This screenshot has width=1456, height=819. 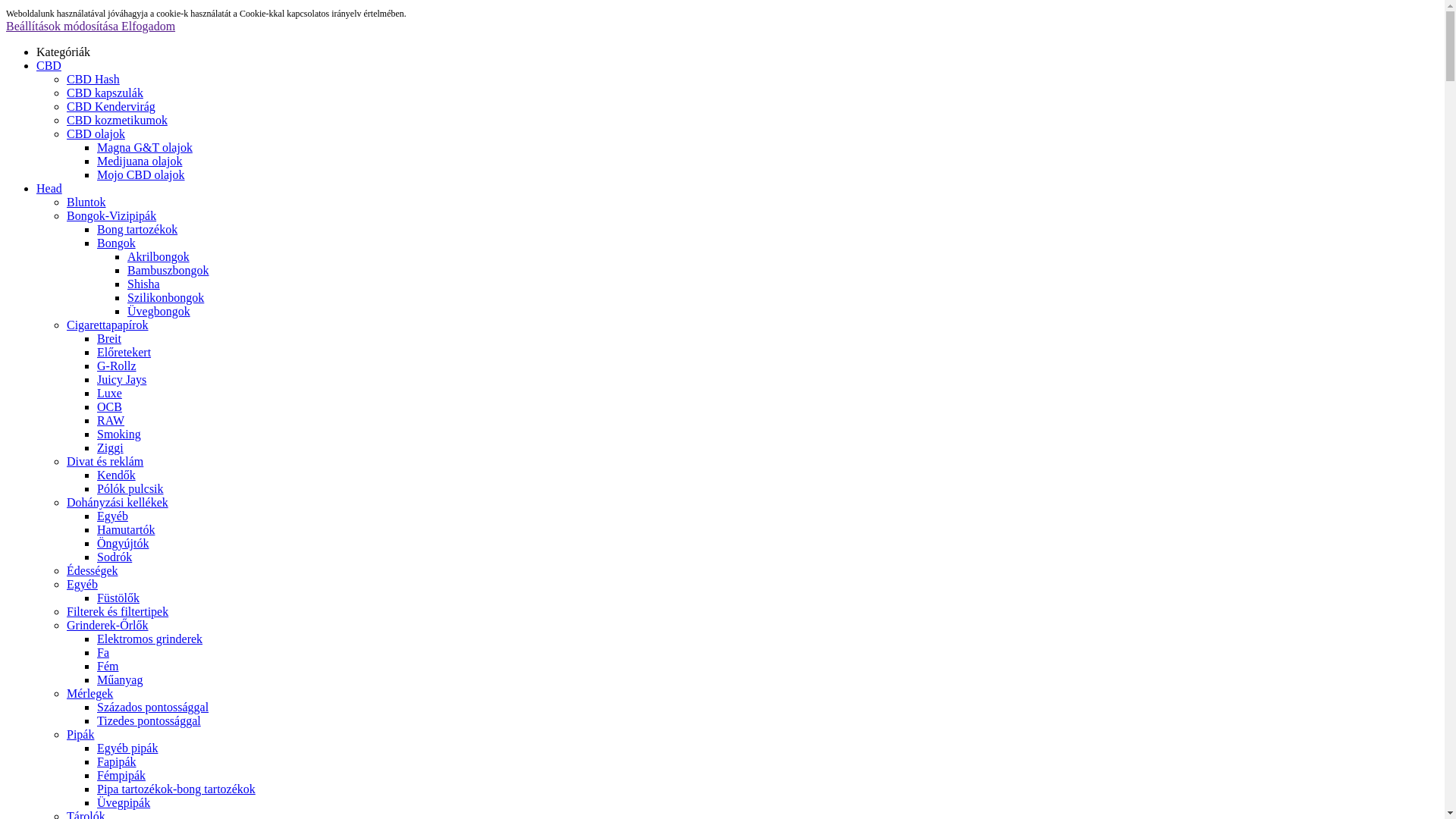 I want to click on 'CBD kozmetikumok', so click(x=65, y=119).